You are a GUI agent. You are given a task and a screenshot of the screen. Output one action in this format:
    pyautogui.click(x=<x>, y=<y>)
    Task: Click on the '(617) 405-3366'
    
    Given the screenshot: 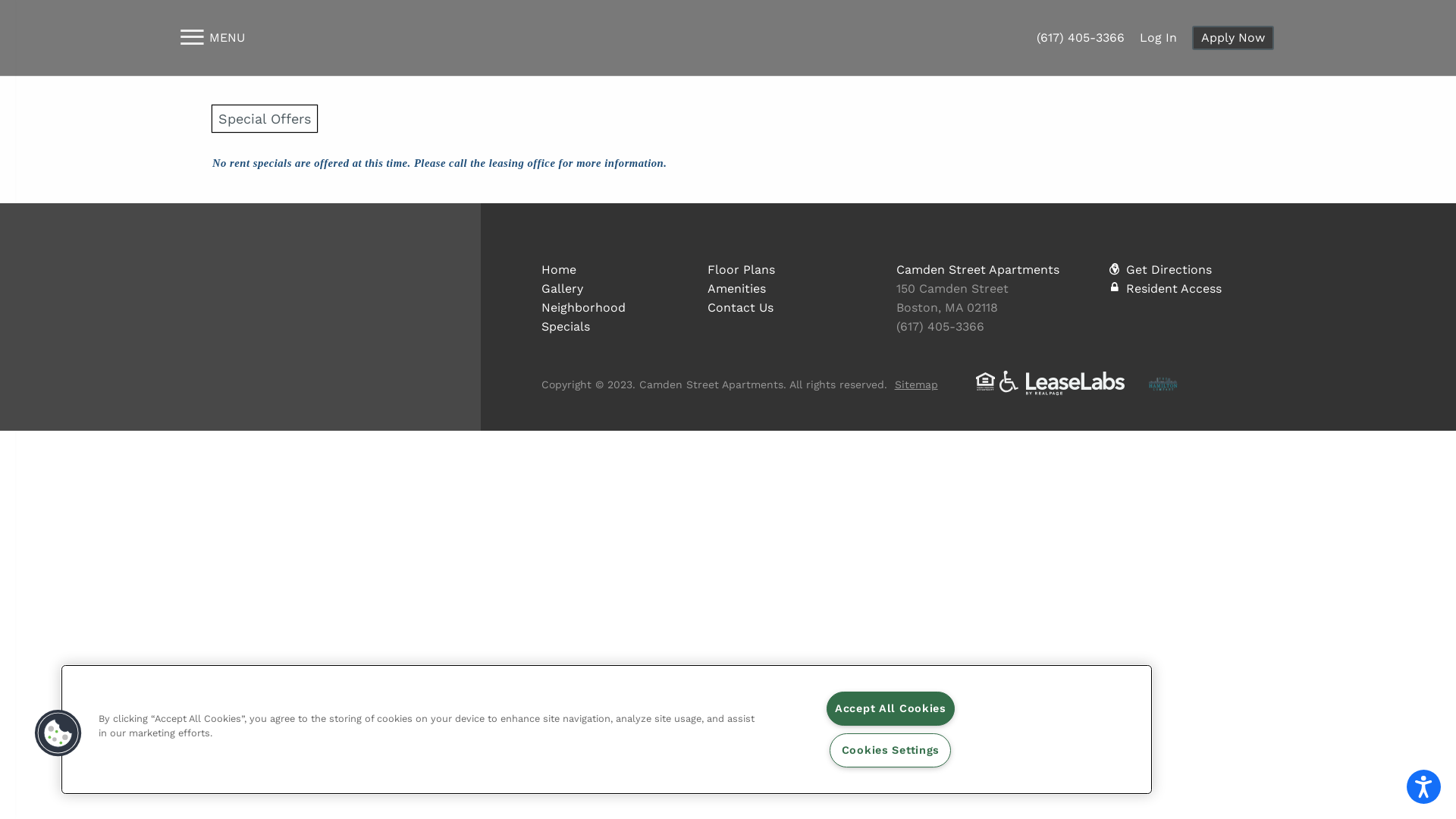 What is the action you would take?
    pyautogui.click(x=1080, y=37)
    